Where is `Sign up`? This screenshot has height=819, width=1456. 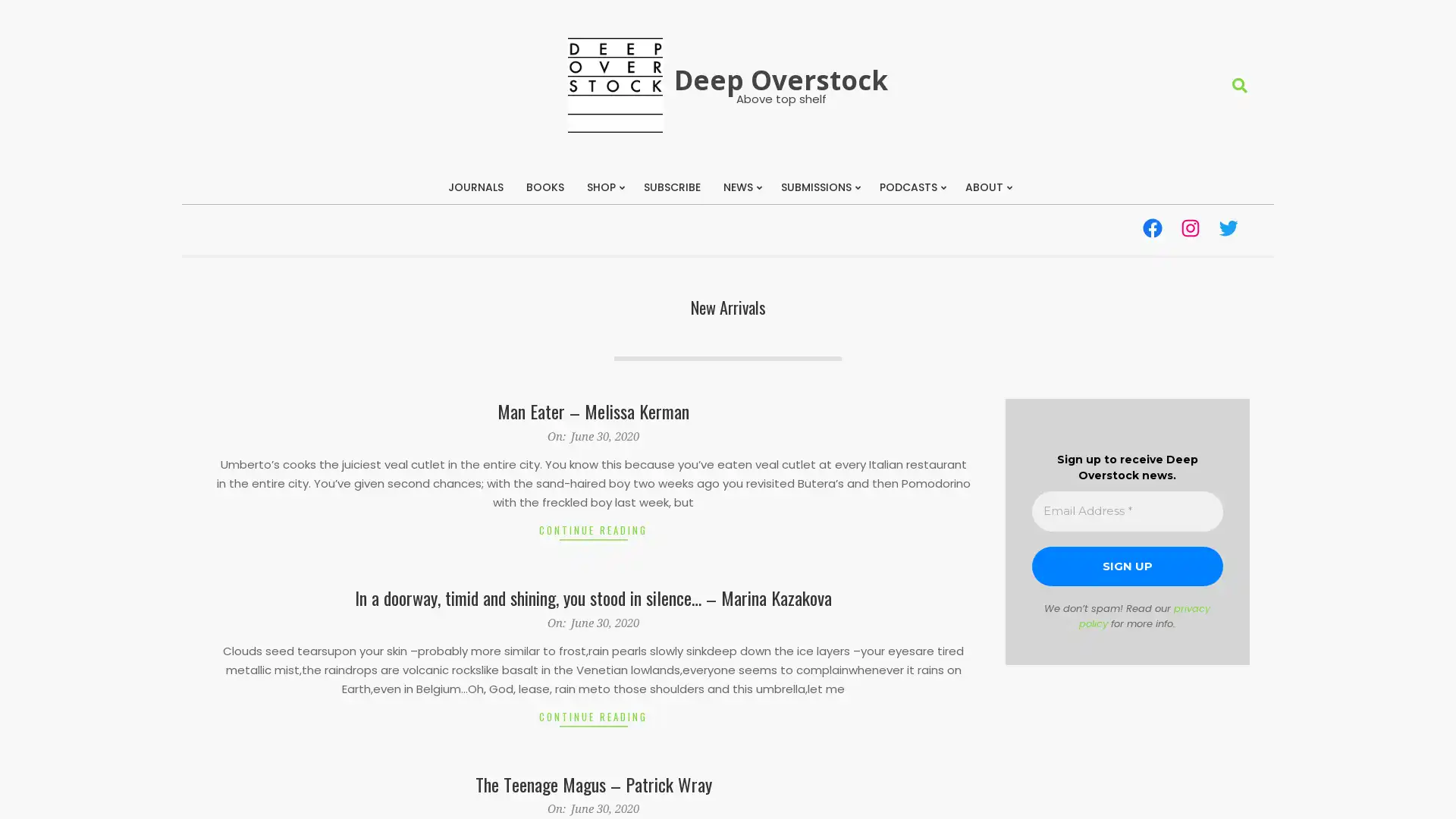
Sign up is located at coordinates (1127, 566).